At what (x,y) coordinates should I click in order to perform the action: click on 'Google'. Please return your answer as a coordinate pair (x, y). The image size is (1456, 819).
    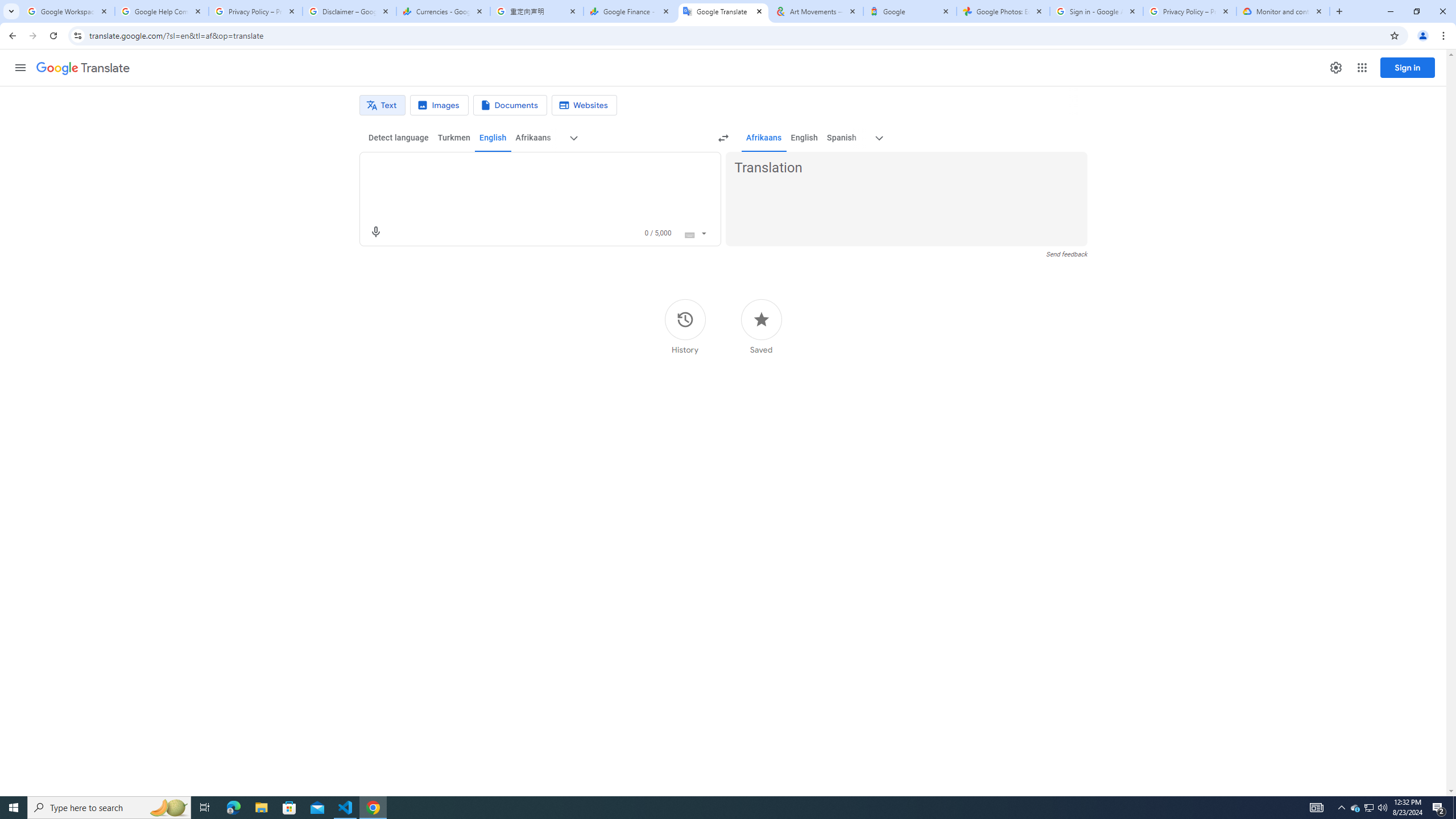
    Looking at the image, I should click on (909, 11).